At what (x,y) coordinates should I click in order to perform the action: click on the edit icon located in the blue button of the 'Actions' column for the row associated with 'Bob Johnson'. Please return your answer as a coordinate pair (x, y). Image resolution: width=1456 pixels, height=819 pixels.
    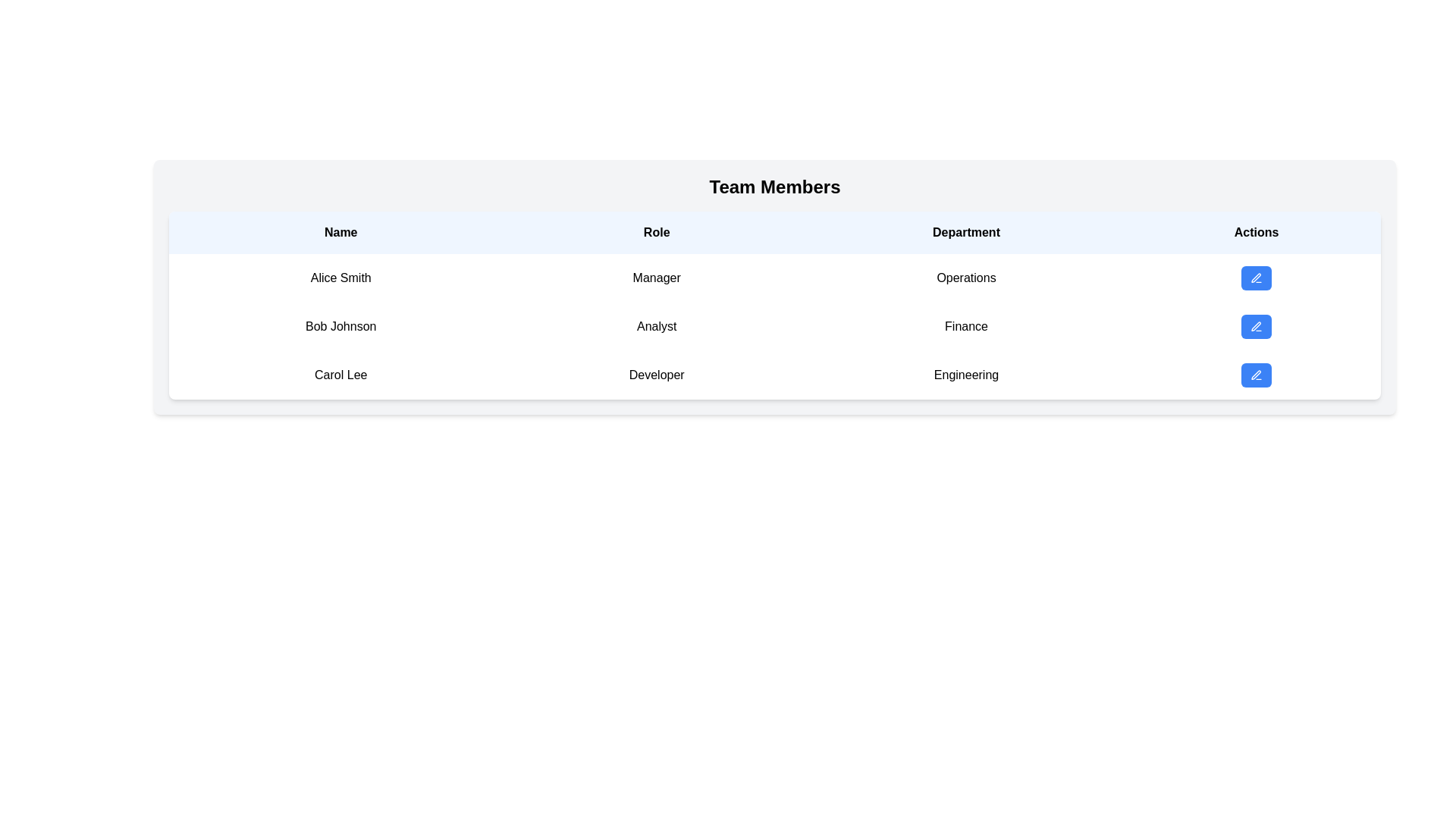
    Looking at the image, I should click on (1256, 326).